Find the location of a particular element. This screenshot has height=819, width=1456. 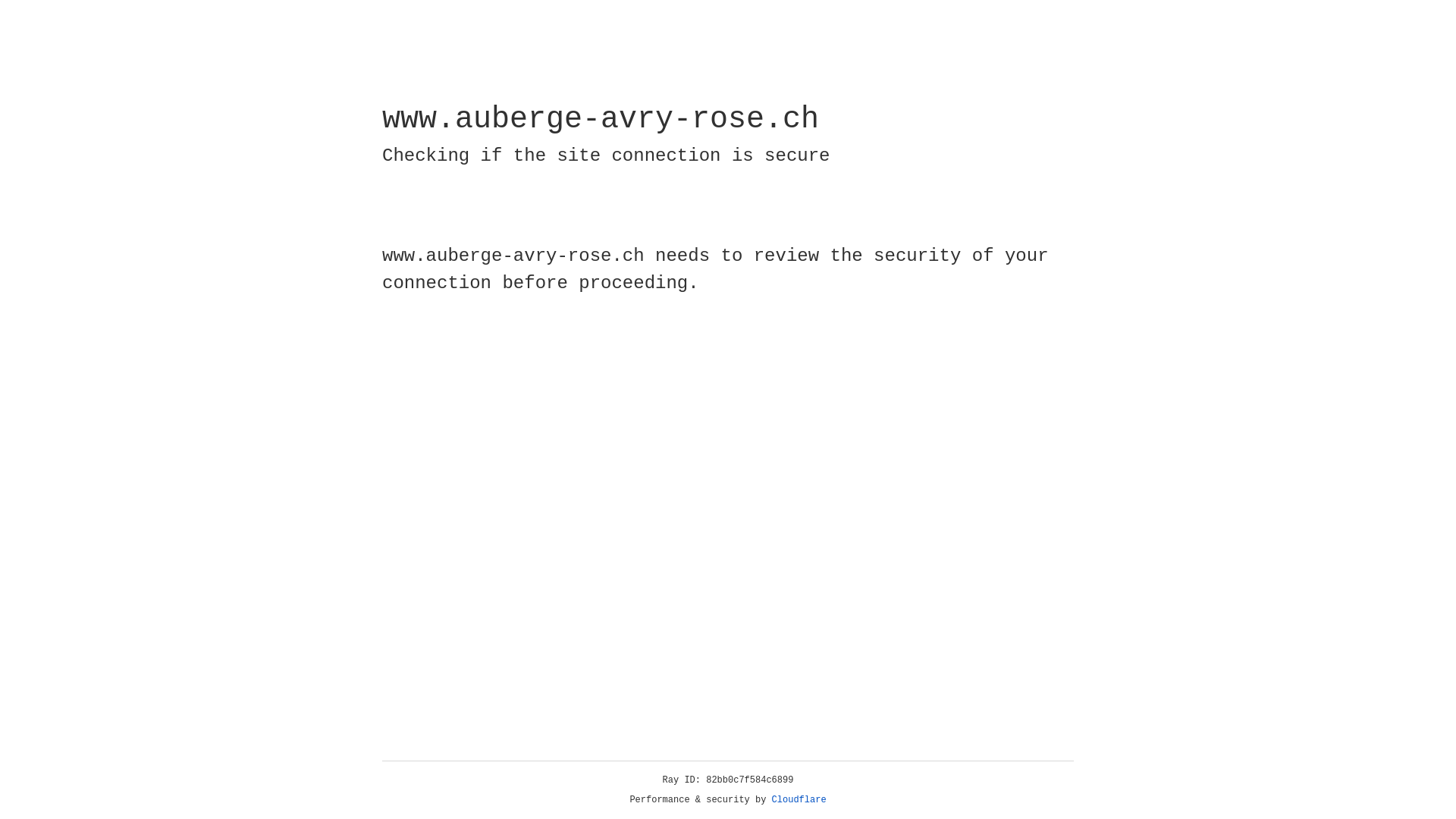

'Cloudflare' is located at coordinates (799, 799).